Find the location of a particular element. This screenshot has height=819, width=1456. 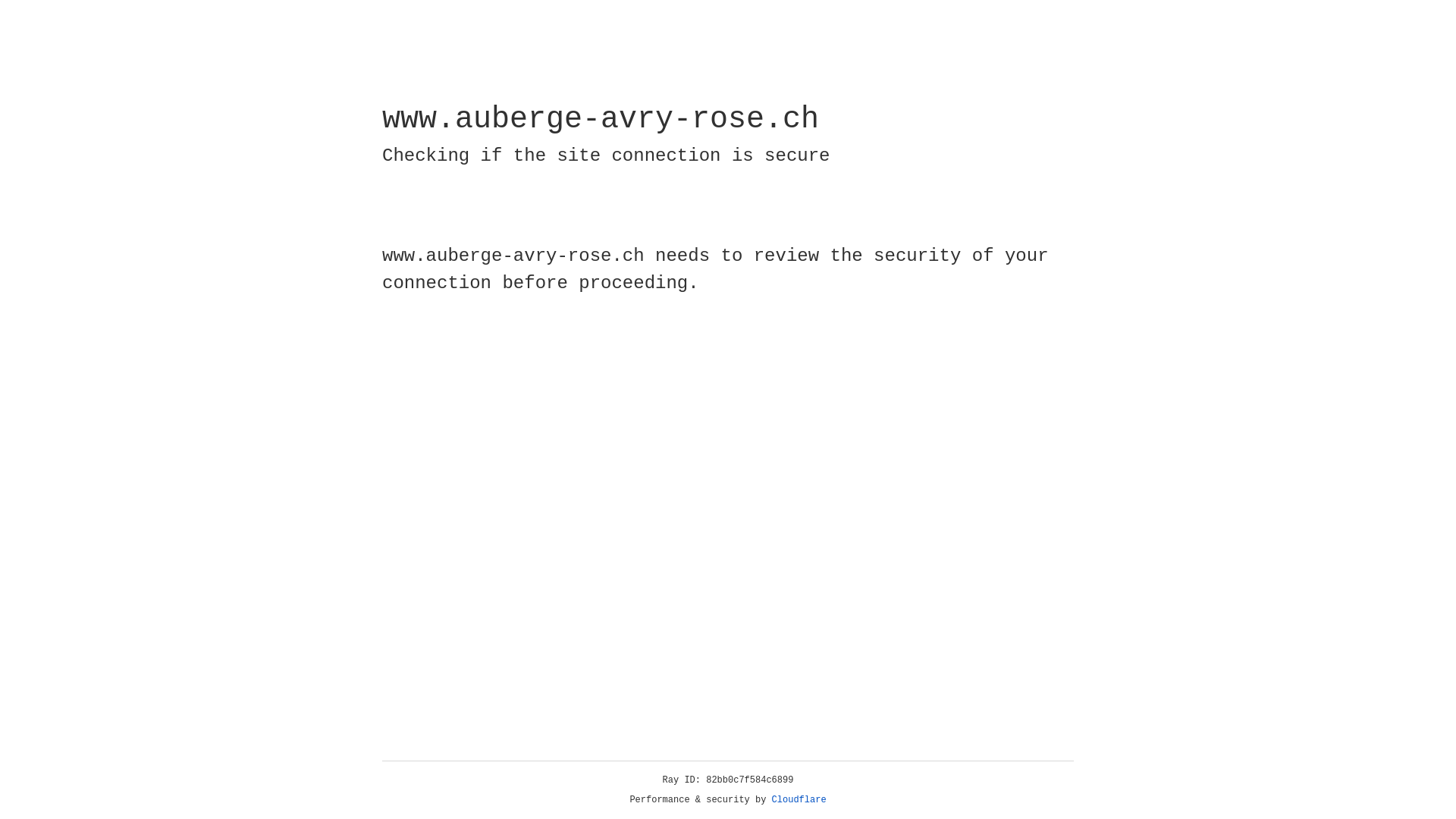

'Cloudflare' is located at coordinates (799, 799).